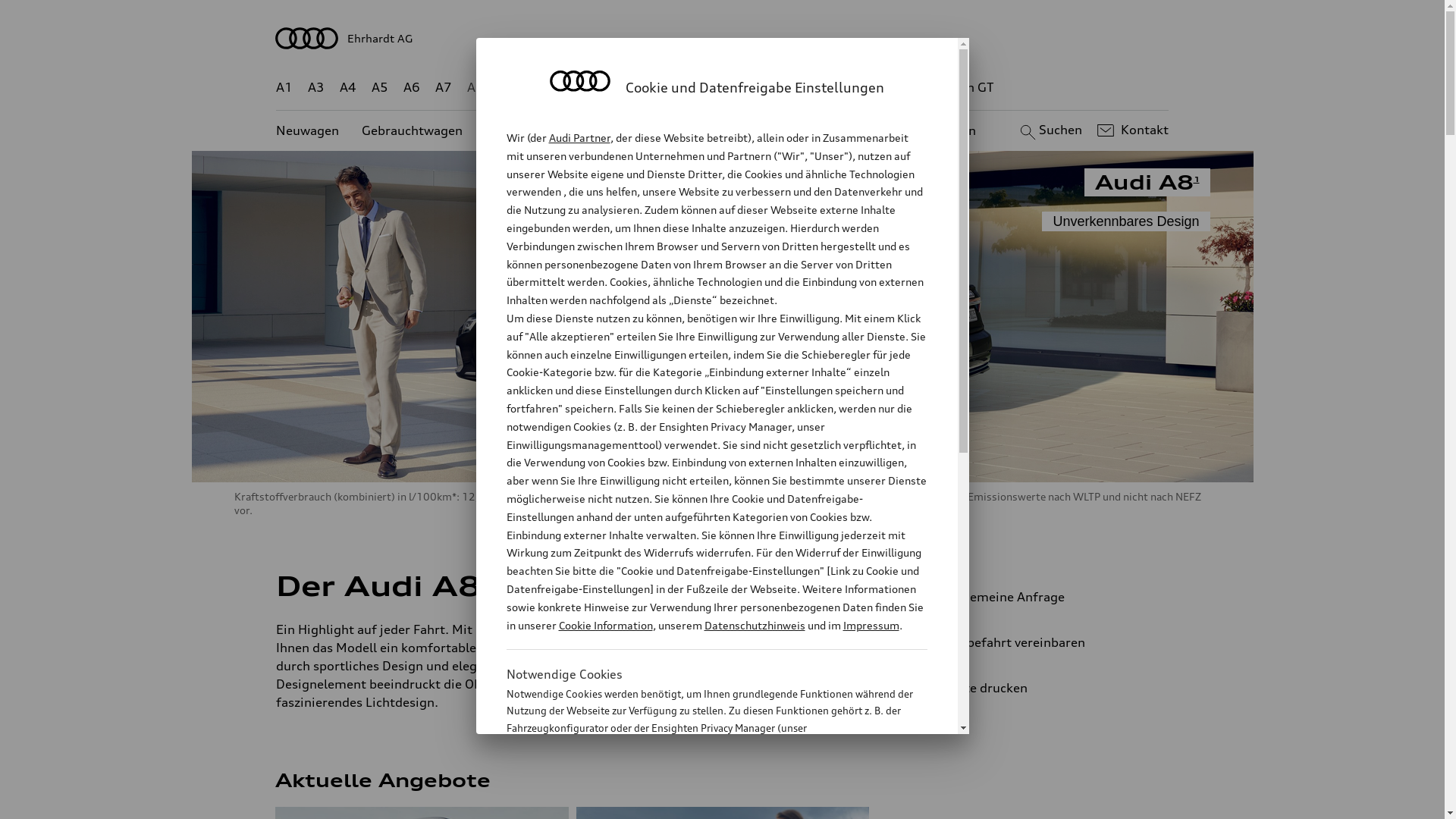 The height and width of the screenshot is (819, 1456). I want to click on 'Suchen', so click(1048, 130).